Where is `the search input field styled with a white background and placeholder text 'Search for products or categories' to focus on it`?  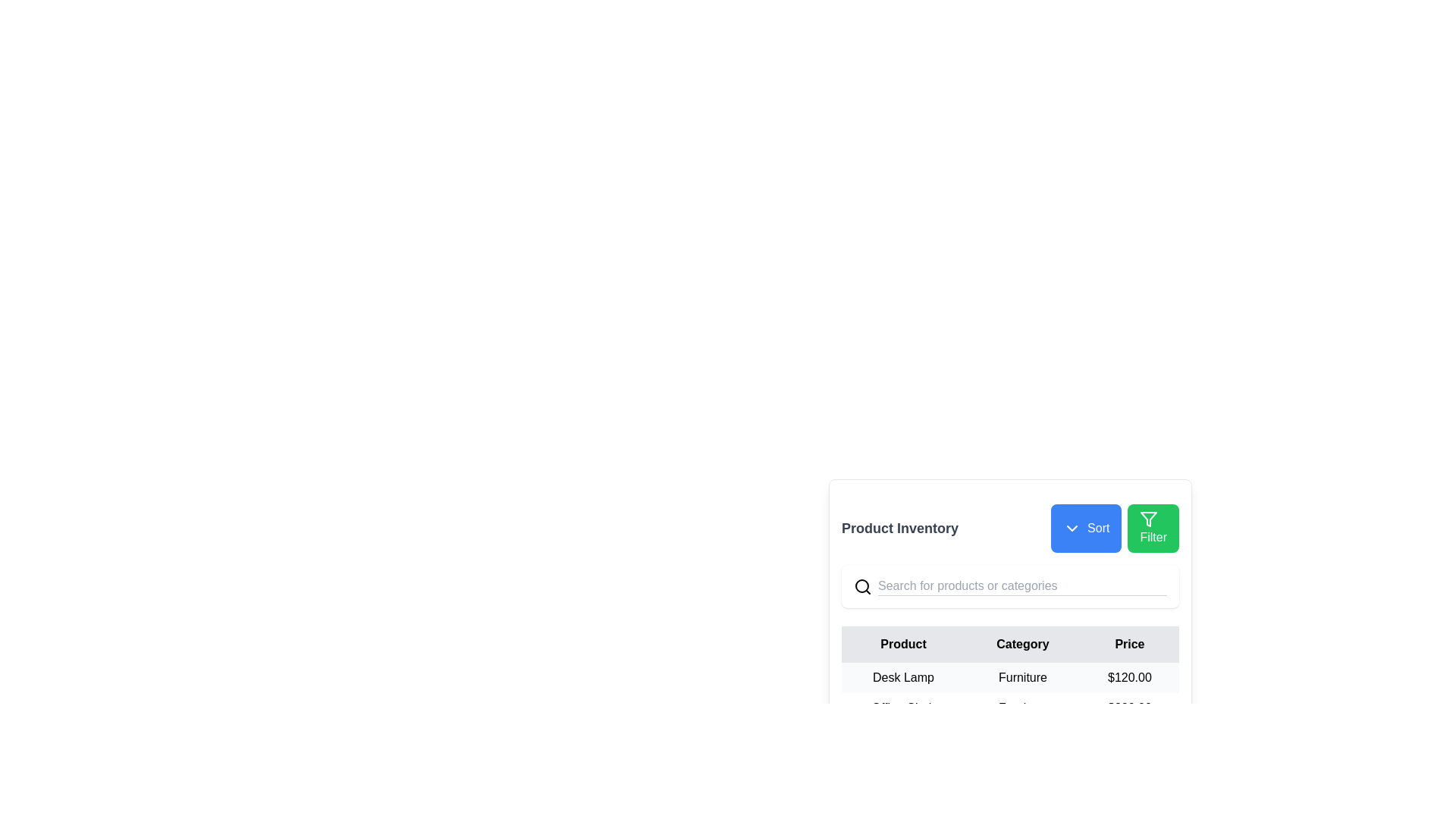 the search input field styled with a white background and placeholder text 'Search for products or categories' to focus on it is located at coordinates (1010, 585).